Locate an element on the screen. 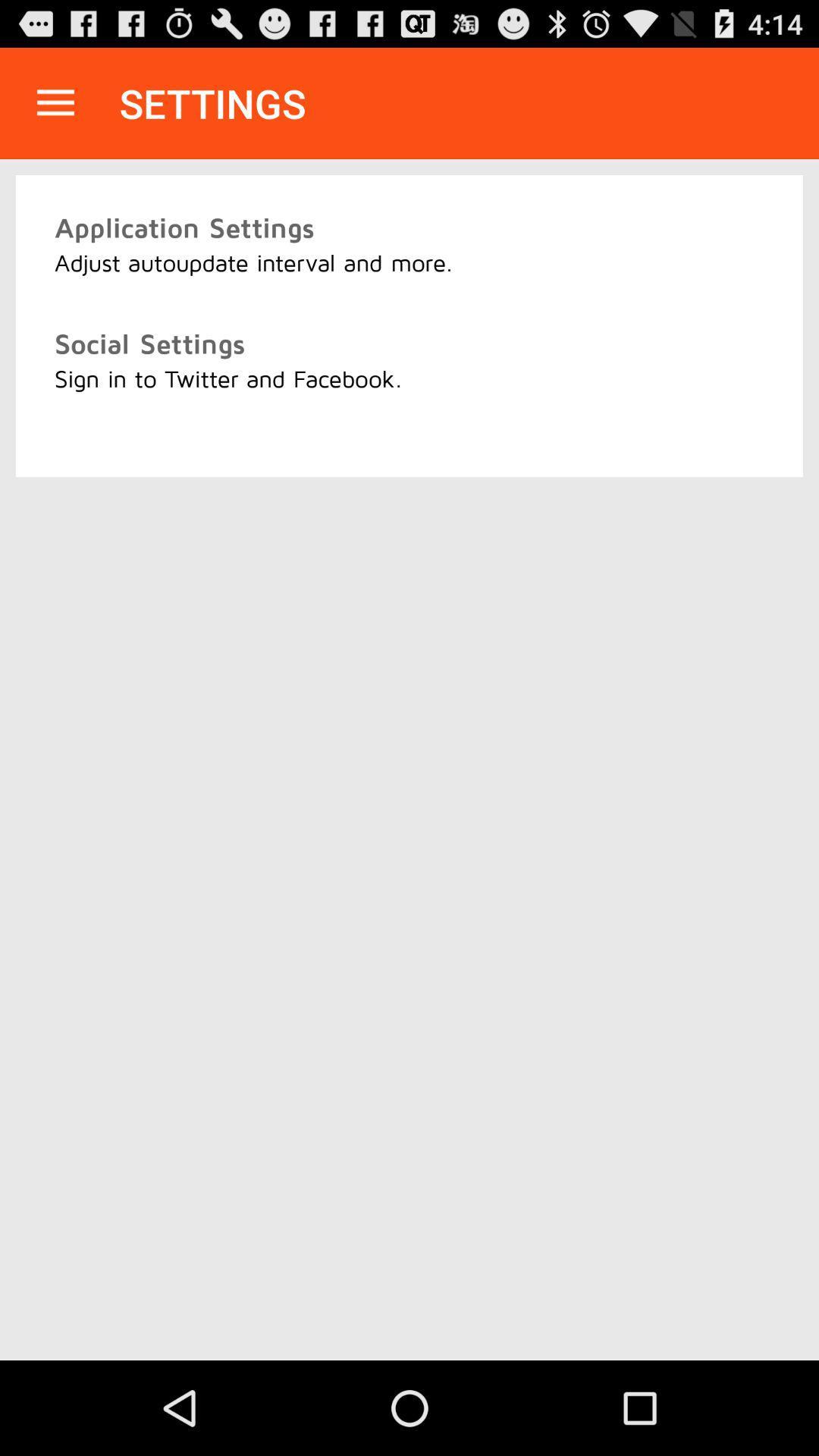  open menu is located at coordinates (55, 102).